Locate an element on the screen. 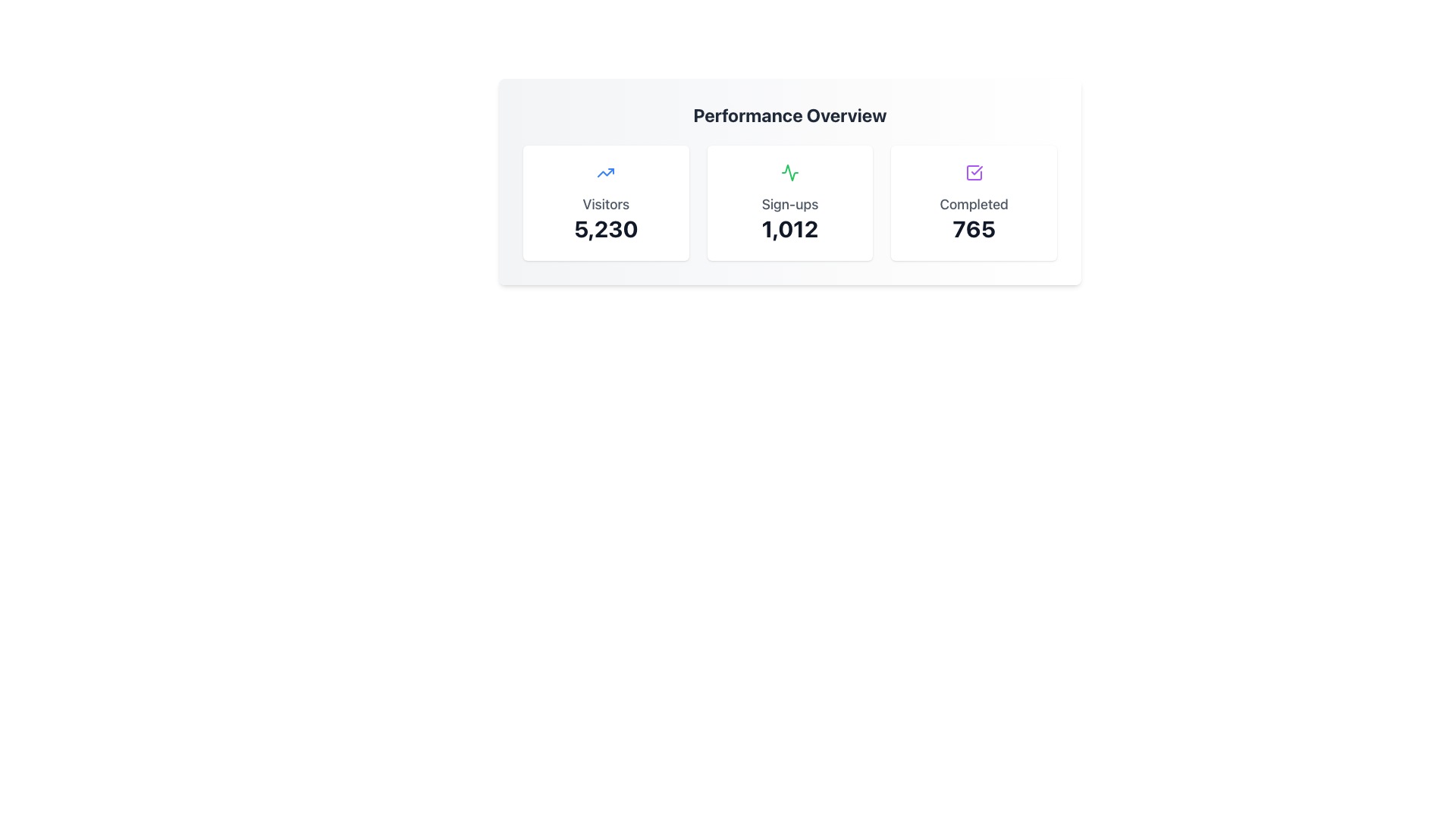  the purple outlined square SVG element located to the left of the checkmark symbol in the 'Completed' statistics card of the Performance Overview section is located at coordinates (974, 171).